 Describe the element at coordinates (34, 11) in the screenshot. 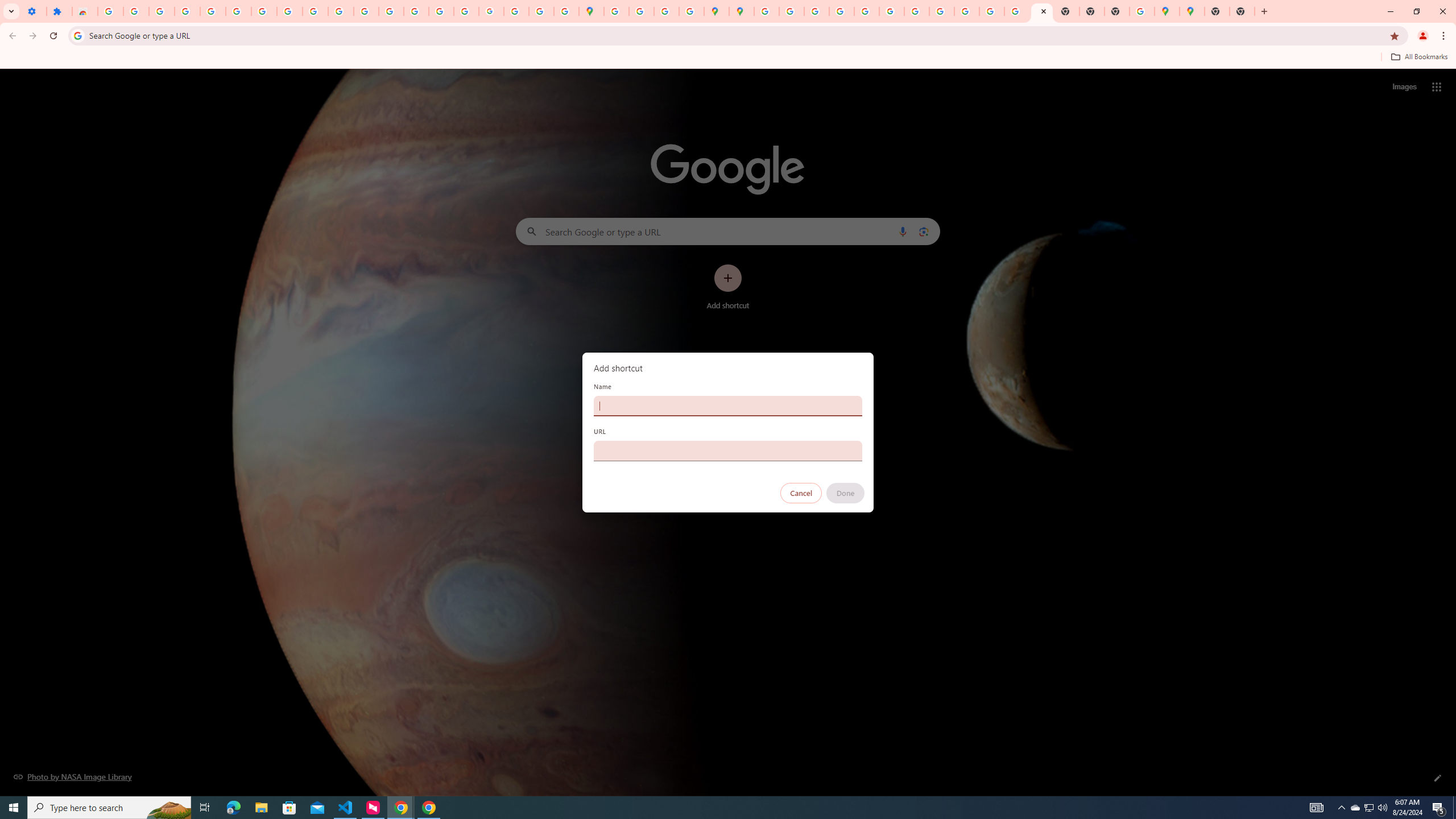

I see `'Settings - On startup'` at that location.